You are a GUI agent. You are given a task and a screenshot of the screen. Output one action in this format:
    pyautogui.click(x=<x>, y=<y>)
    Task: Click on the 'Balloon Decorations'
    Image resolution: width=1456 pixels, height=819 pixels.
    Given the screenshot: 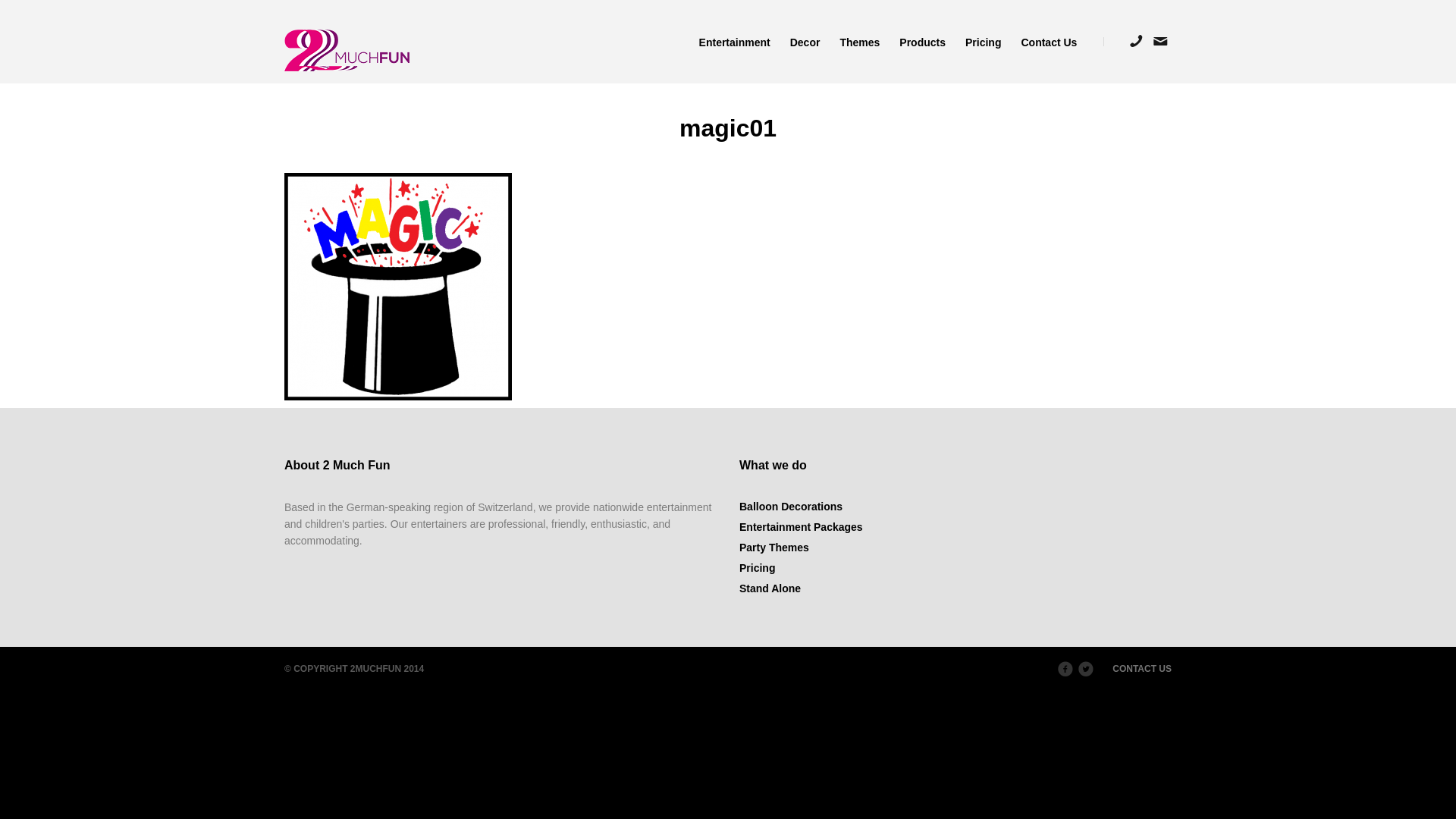 What is the action you would take?
    pyautogui.click(x=789, y=506)
    